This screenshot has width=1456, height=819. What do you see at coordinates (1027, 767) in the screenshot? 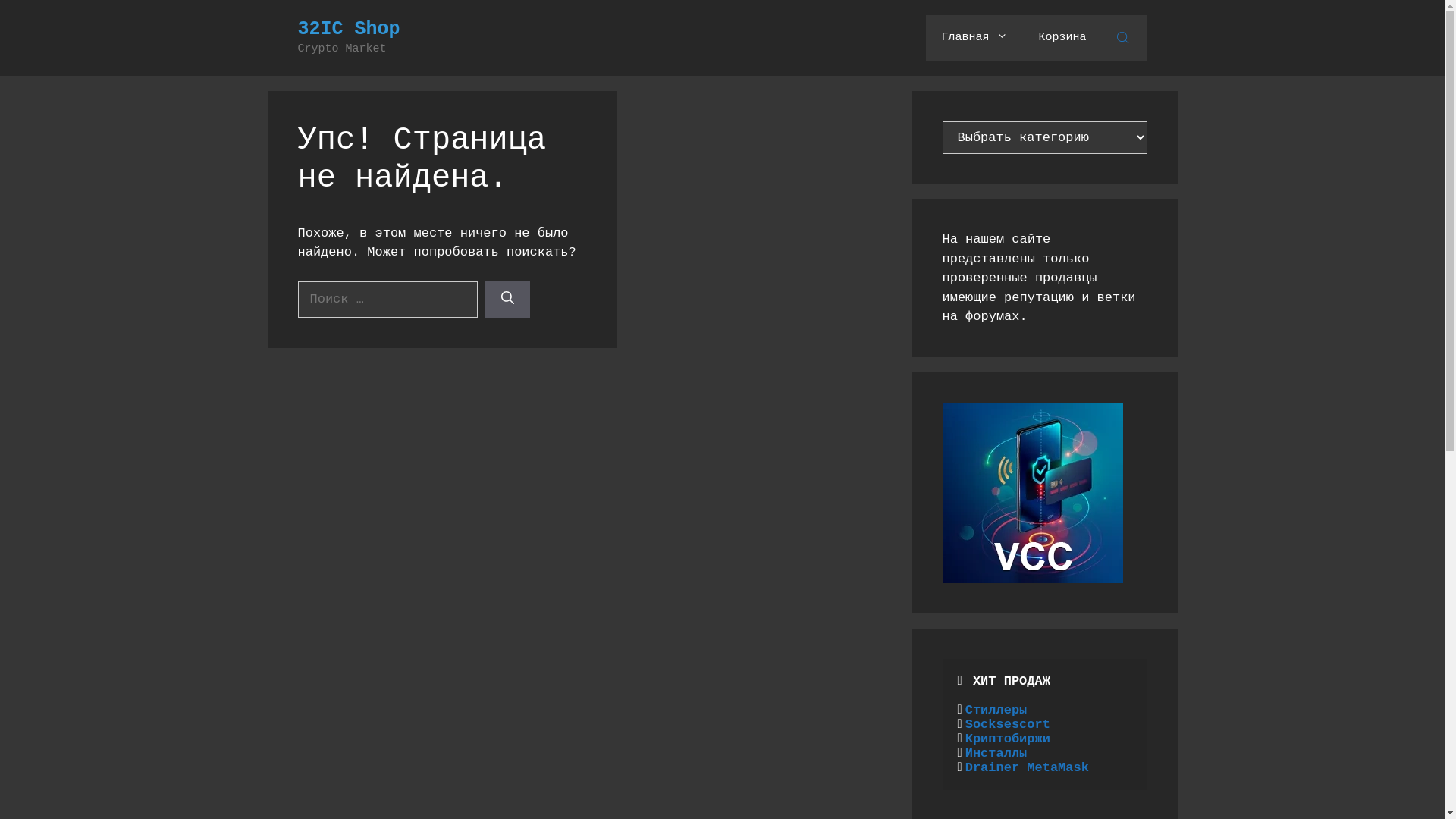
I see `'Drainer MetaMask'` at bounding box center [1027, 767].